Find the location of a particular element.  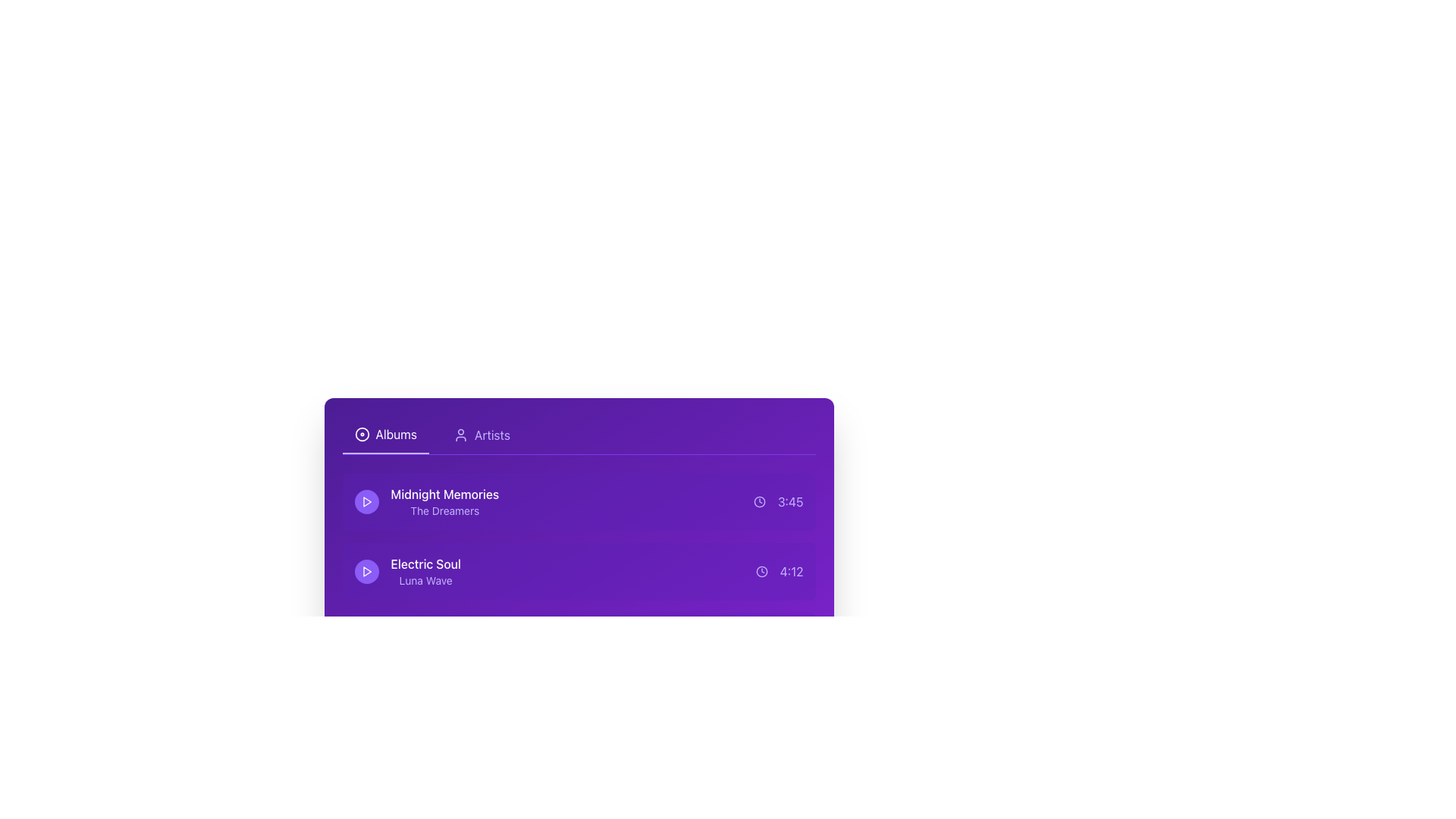

the 'Albums' text label, which is displayed in bold white typeface on a purple background is located at coordinates (396, 435).